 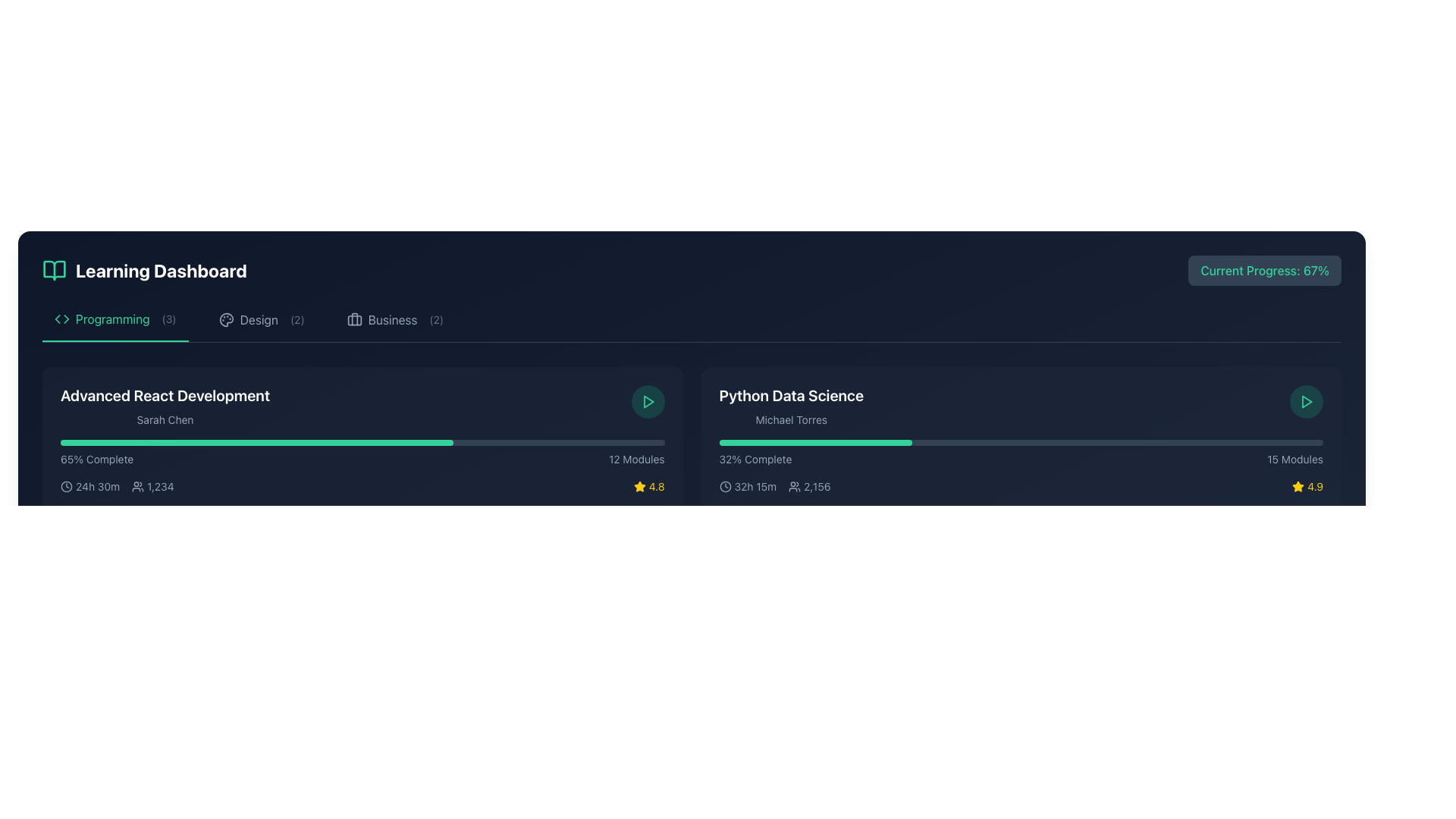 What do you see at coordinates (790, 420) in the screenshot?
I see `the static text label displaying the name 'Michael Torres' in light gray font, located below the title 'Python Data Science' and above the progress and details row` at bounding box center [790, 420].